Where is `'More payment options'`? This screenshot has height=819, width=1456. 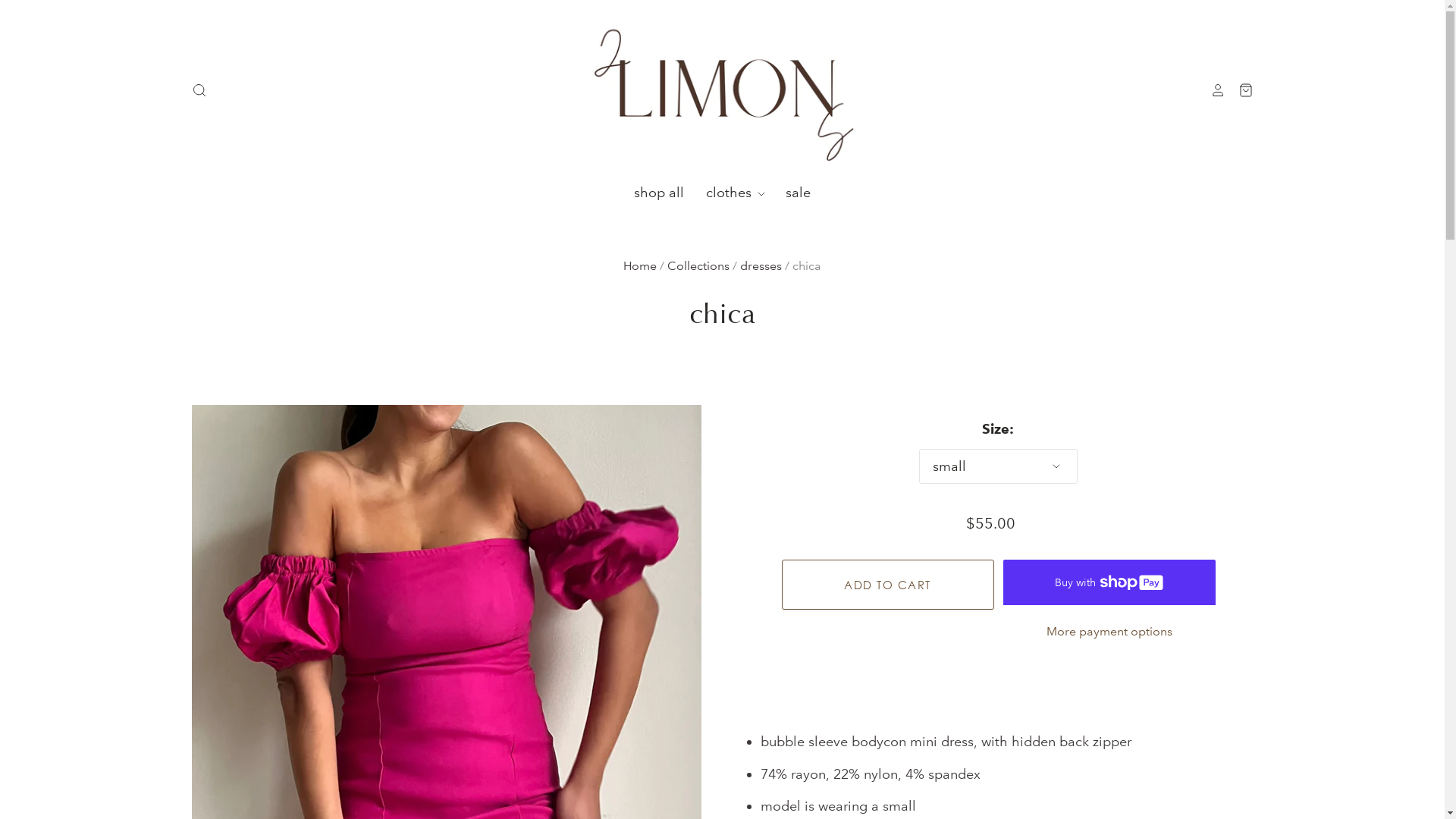
'More payment options' is located at coordinates (1002, 632).